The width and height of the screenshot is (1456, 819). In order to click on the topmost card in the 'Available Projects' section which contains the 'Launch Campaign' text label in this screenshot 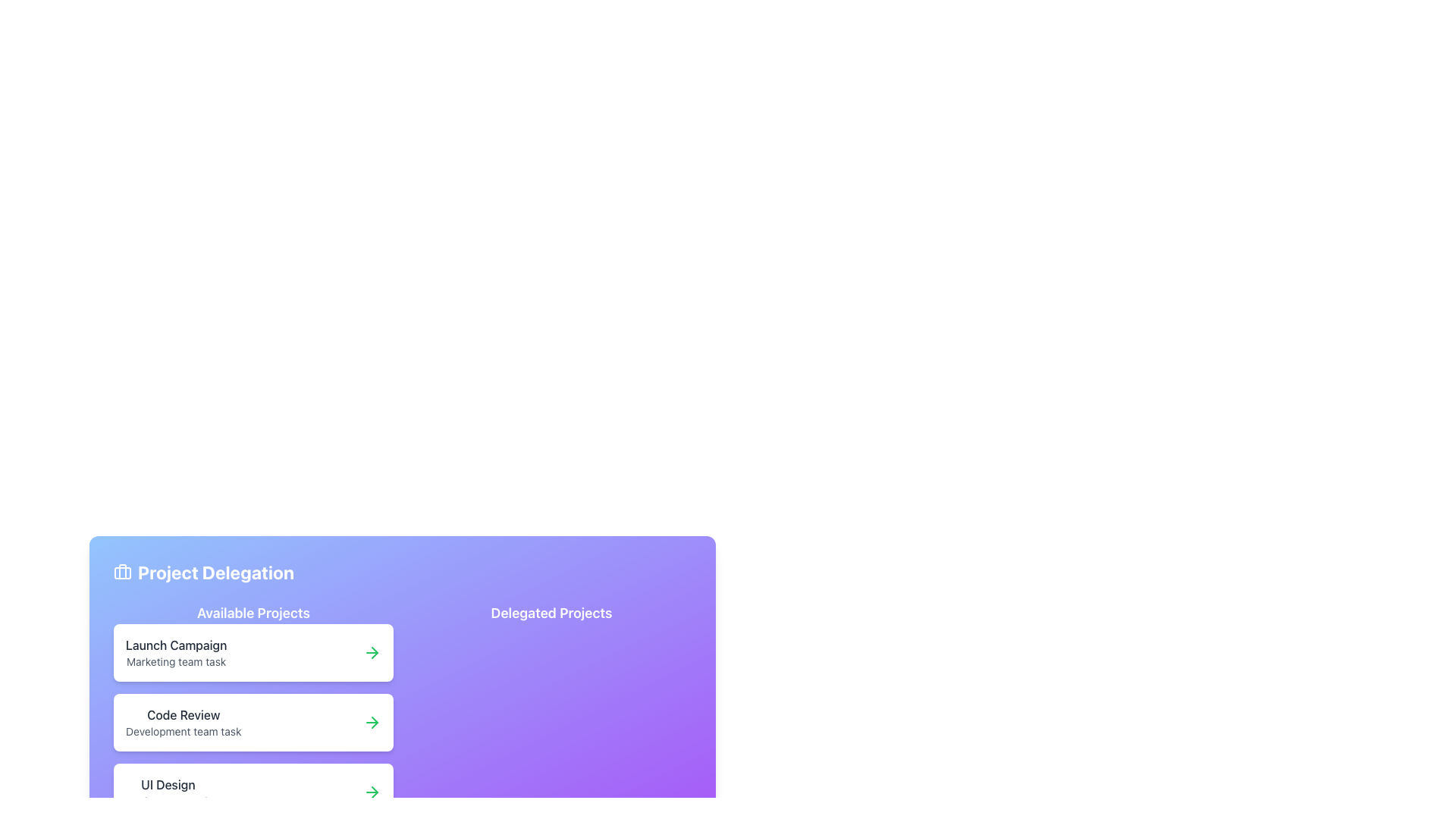, I will do `click(176, 651)`.